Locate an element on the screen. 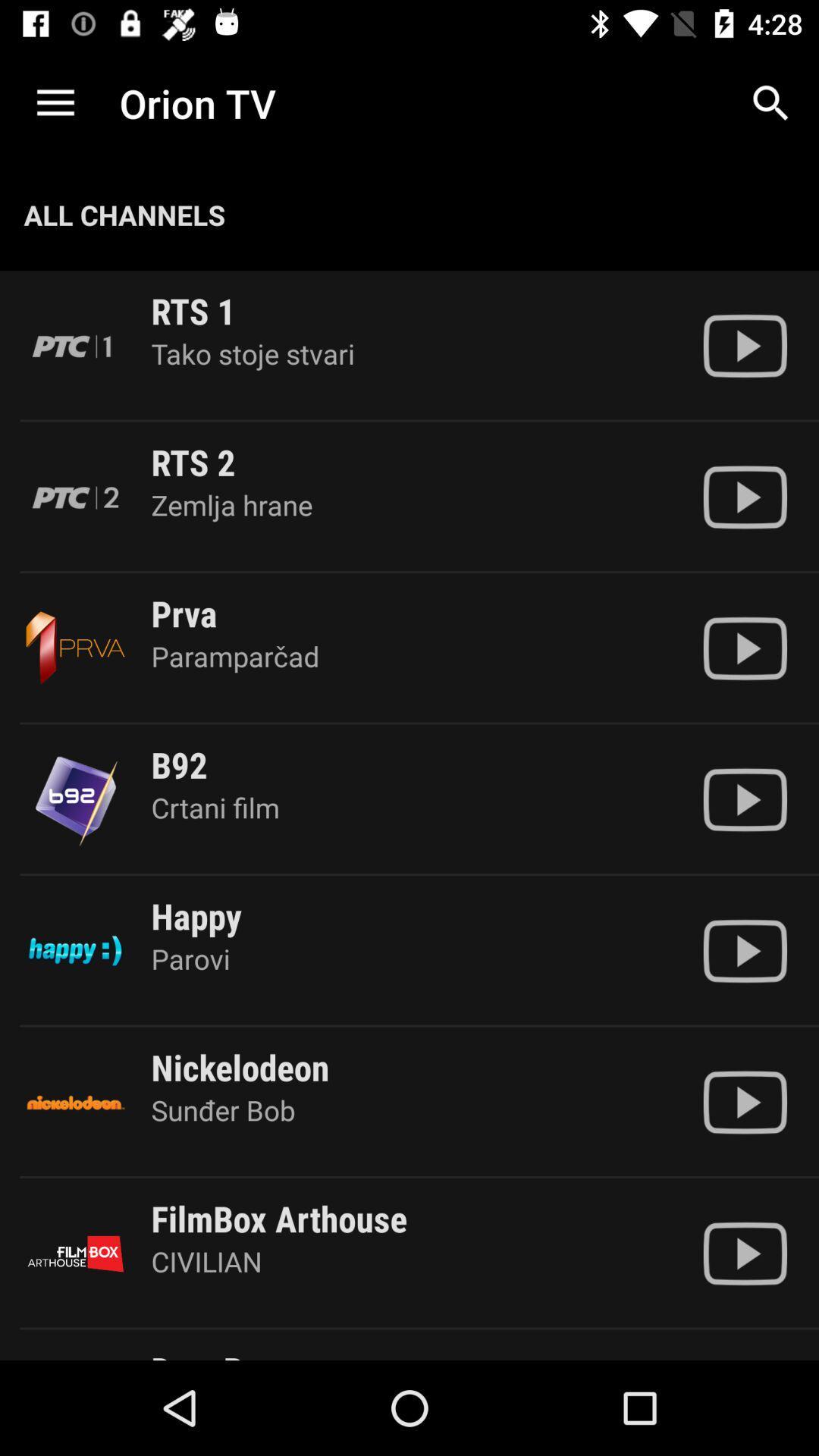 Image resolution: width=819 pixels, height=1456 pixels. channel is located at coordinates (744, 799).